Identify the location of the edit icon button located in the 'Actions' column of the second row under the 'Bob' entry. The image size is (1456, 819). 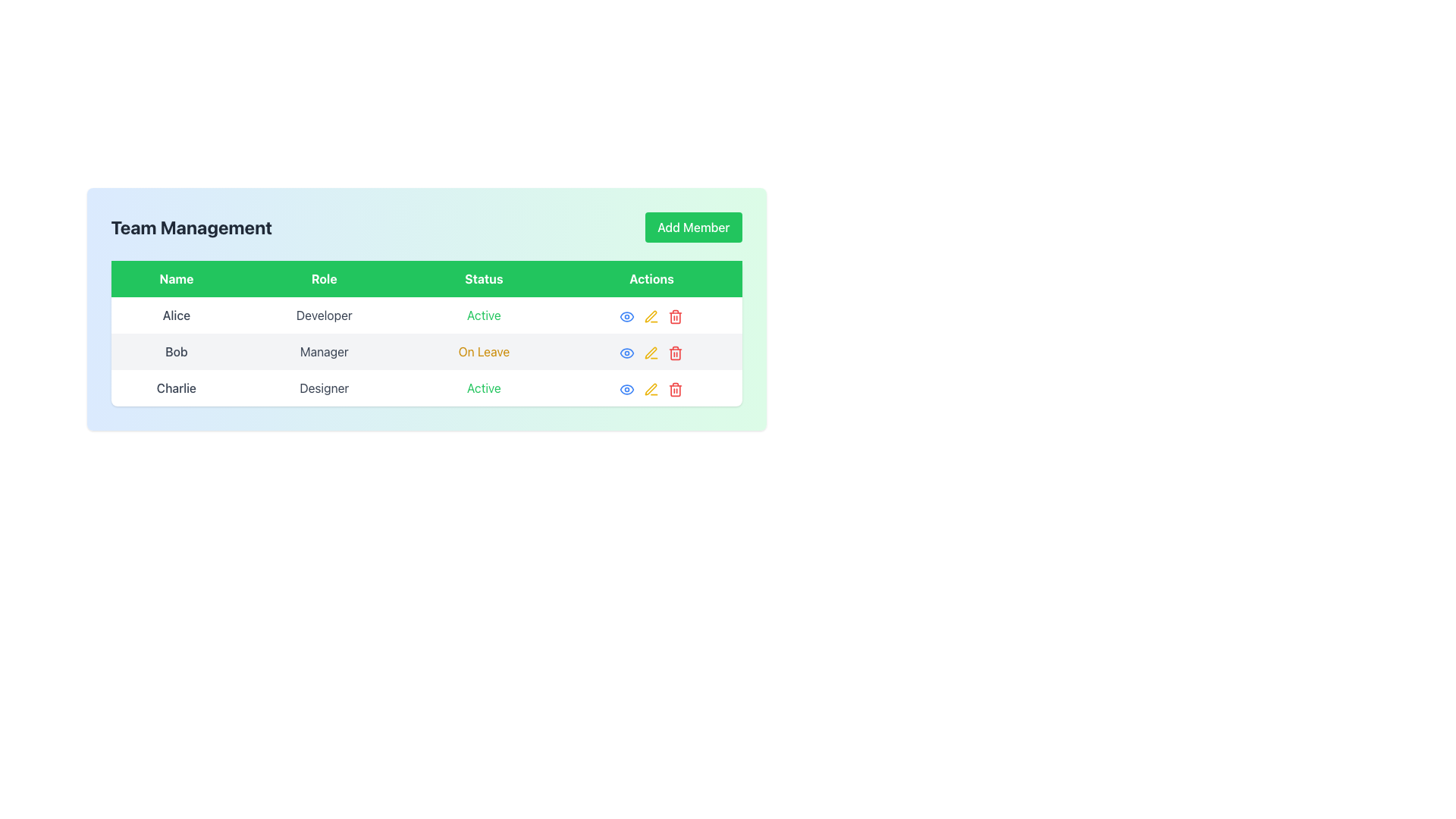
(651, 315).